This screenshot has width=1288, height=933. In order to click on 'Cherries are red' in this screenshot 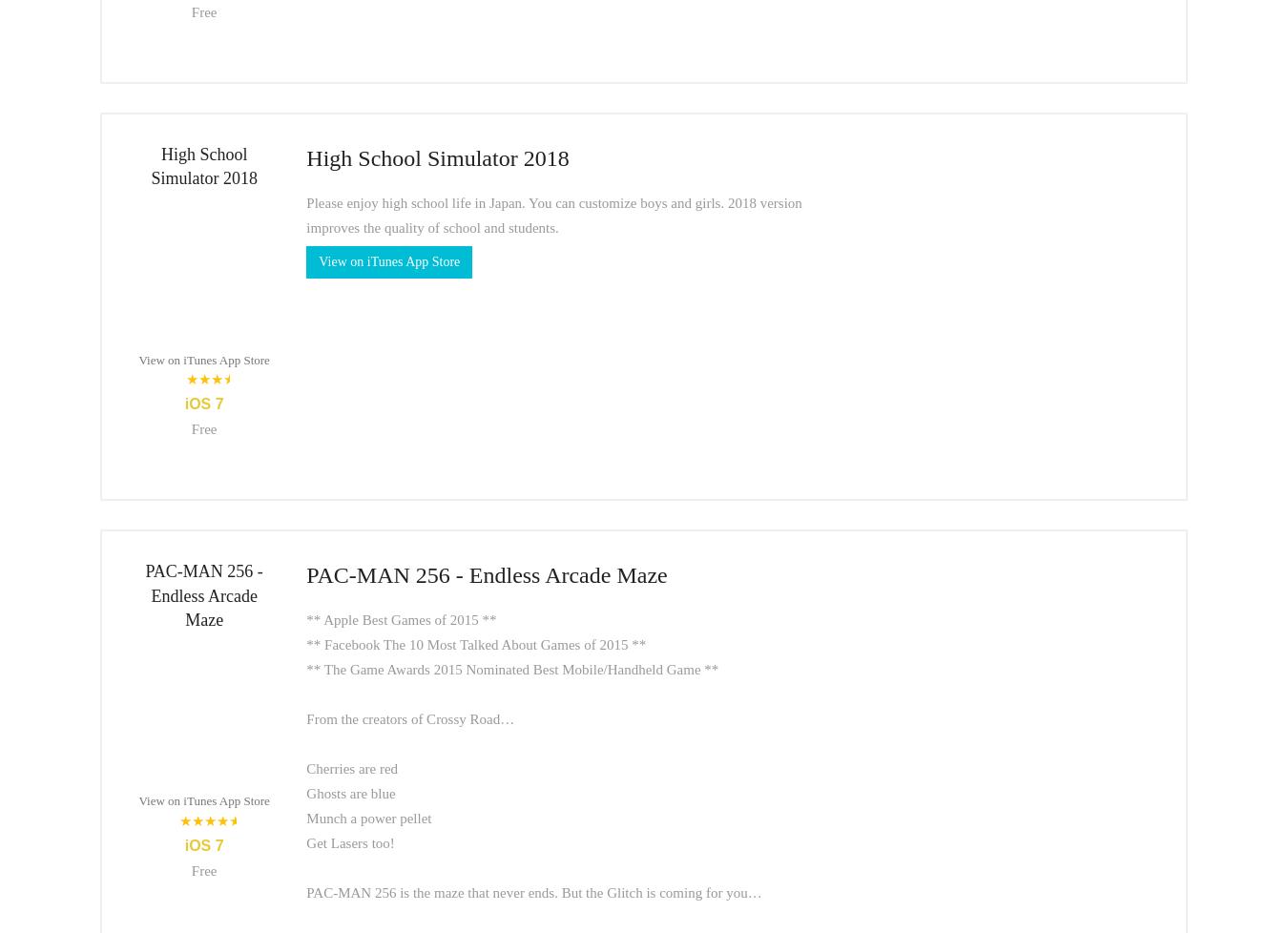, I will do `click(305, 766)`.